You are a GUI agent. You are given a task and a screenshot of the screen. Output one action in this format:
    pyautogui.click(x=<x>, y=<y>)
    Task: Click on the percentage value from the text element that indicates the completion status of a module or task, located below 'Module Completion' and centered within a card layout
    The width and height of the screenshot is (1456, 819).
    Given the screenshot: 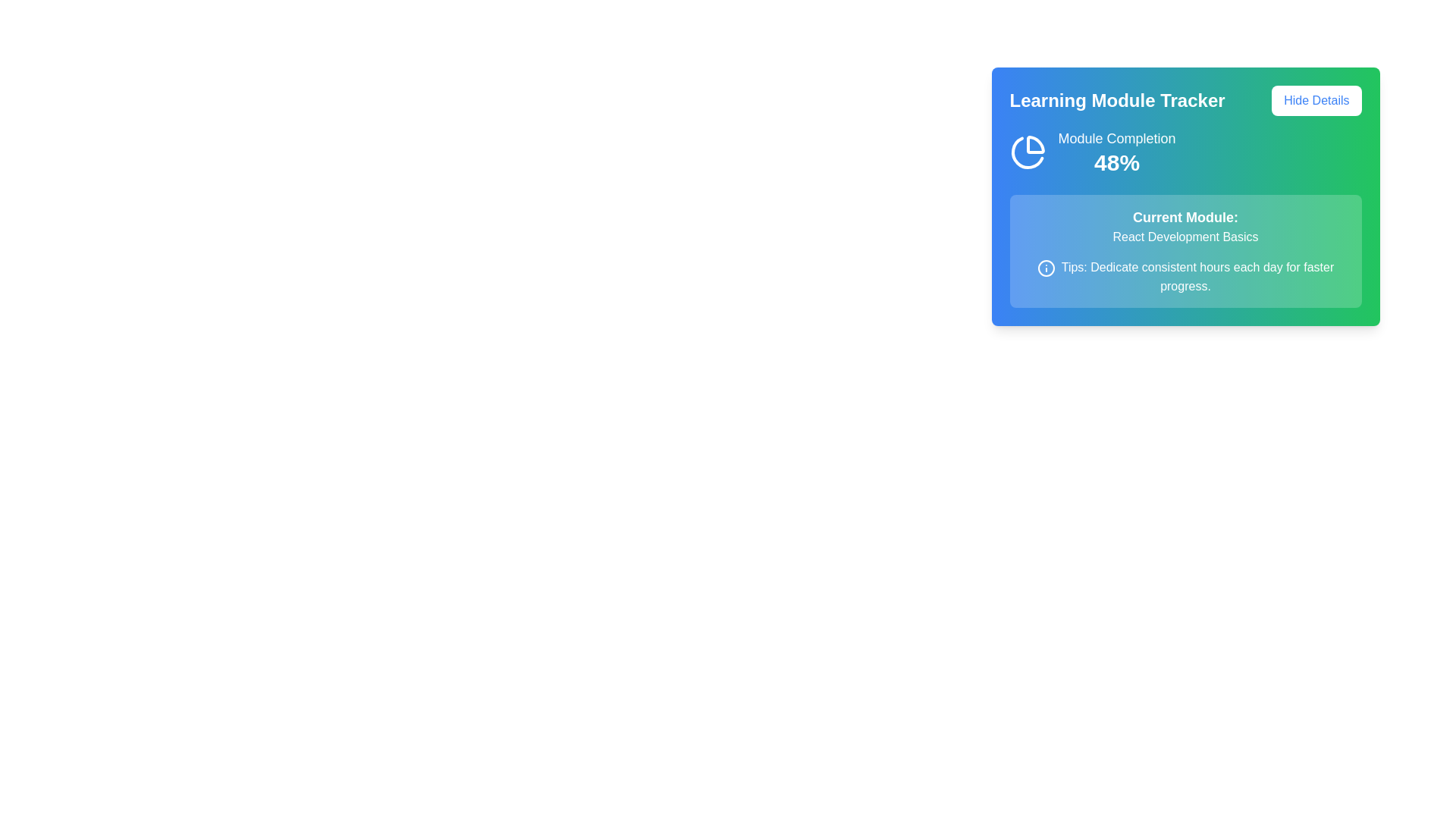 What is the action you would take?
    pyautogui.click(x=1117, y=163)
    